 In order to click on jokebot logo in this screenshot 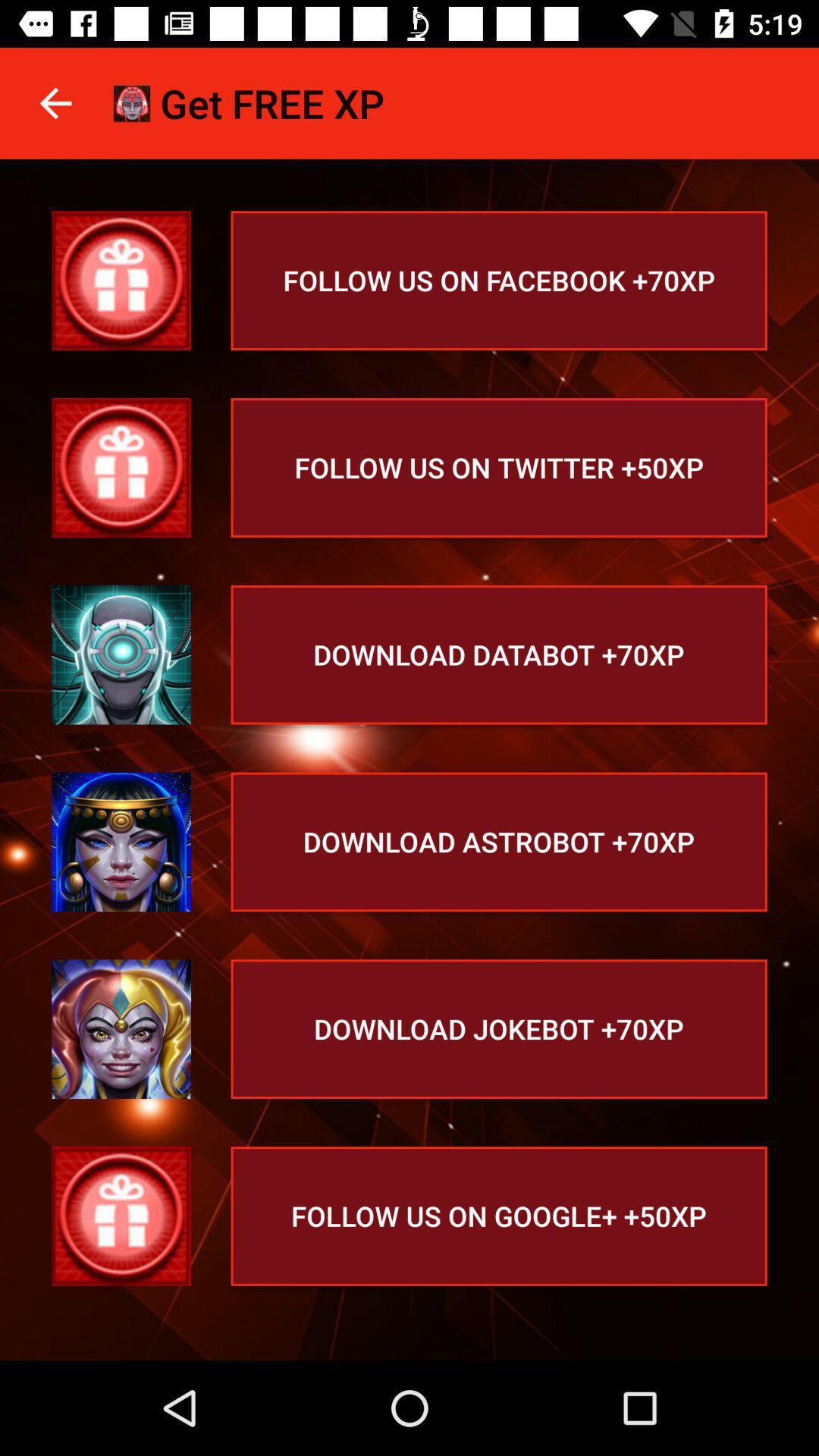, I will do `click(121, 1029)`.